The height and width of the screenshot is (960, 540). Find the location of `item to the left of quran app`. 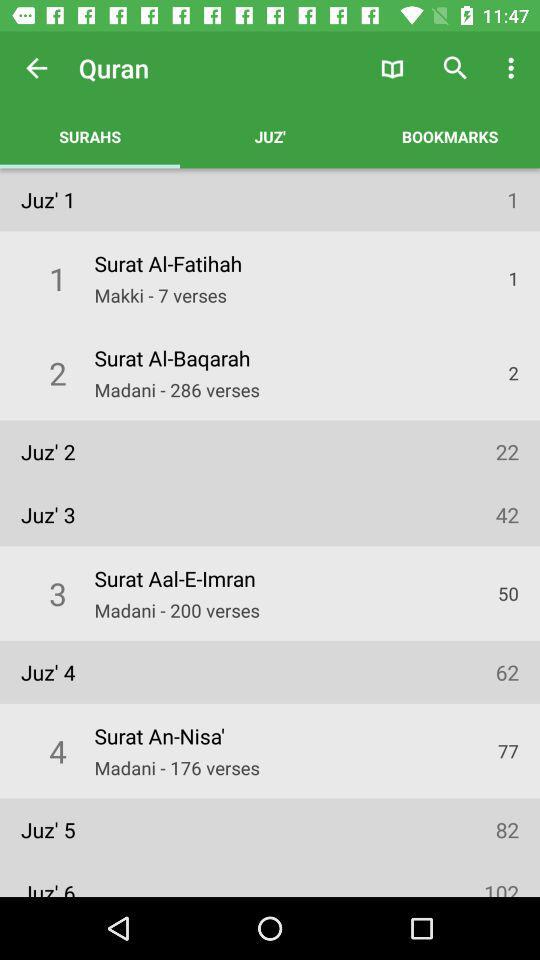

item to the left of quran app is located at coordinates (36, 68).